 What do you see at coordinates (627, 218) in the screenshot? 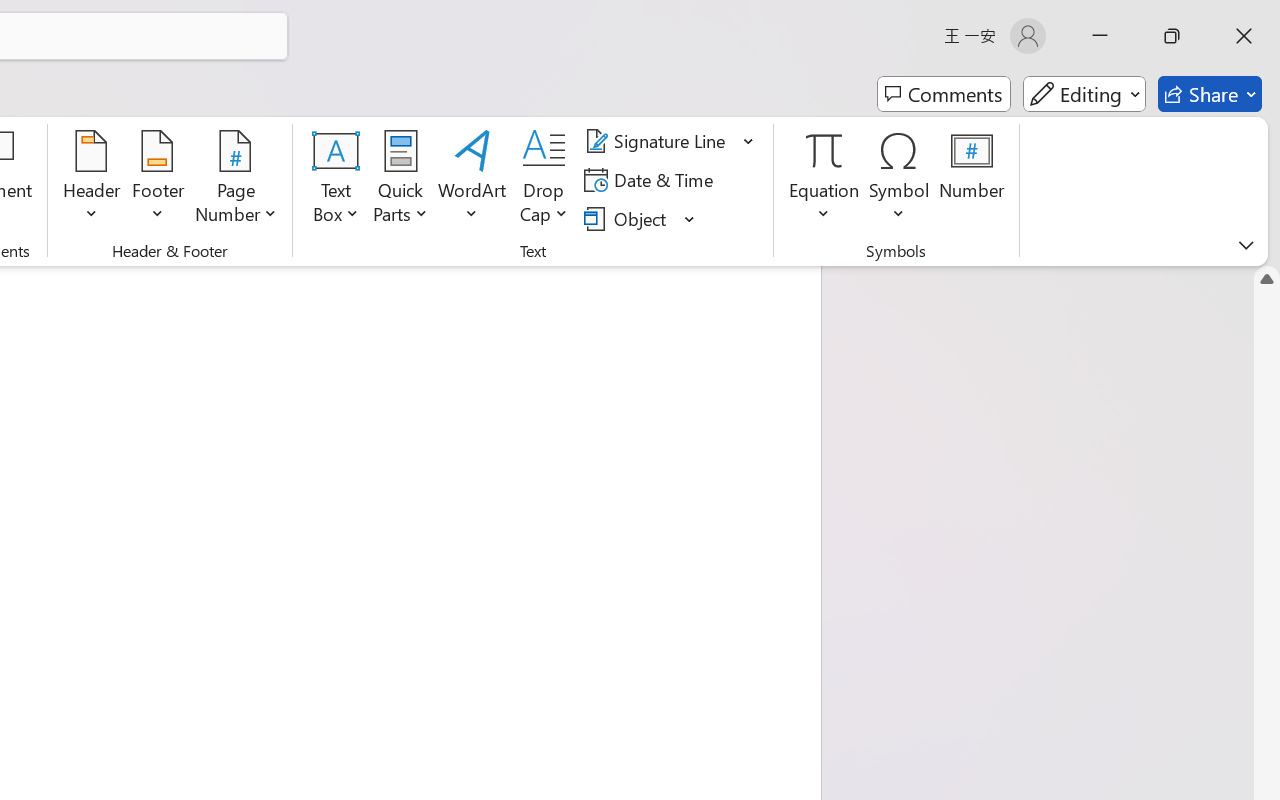
I see `'Object...'` at bounding box center [627, 218].